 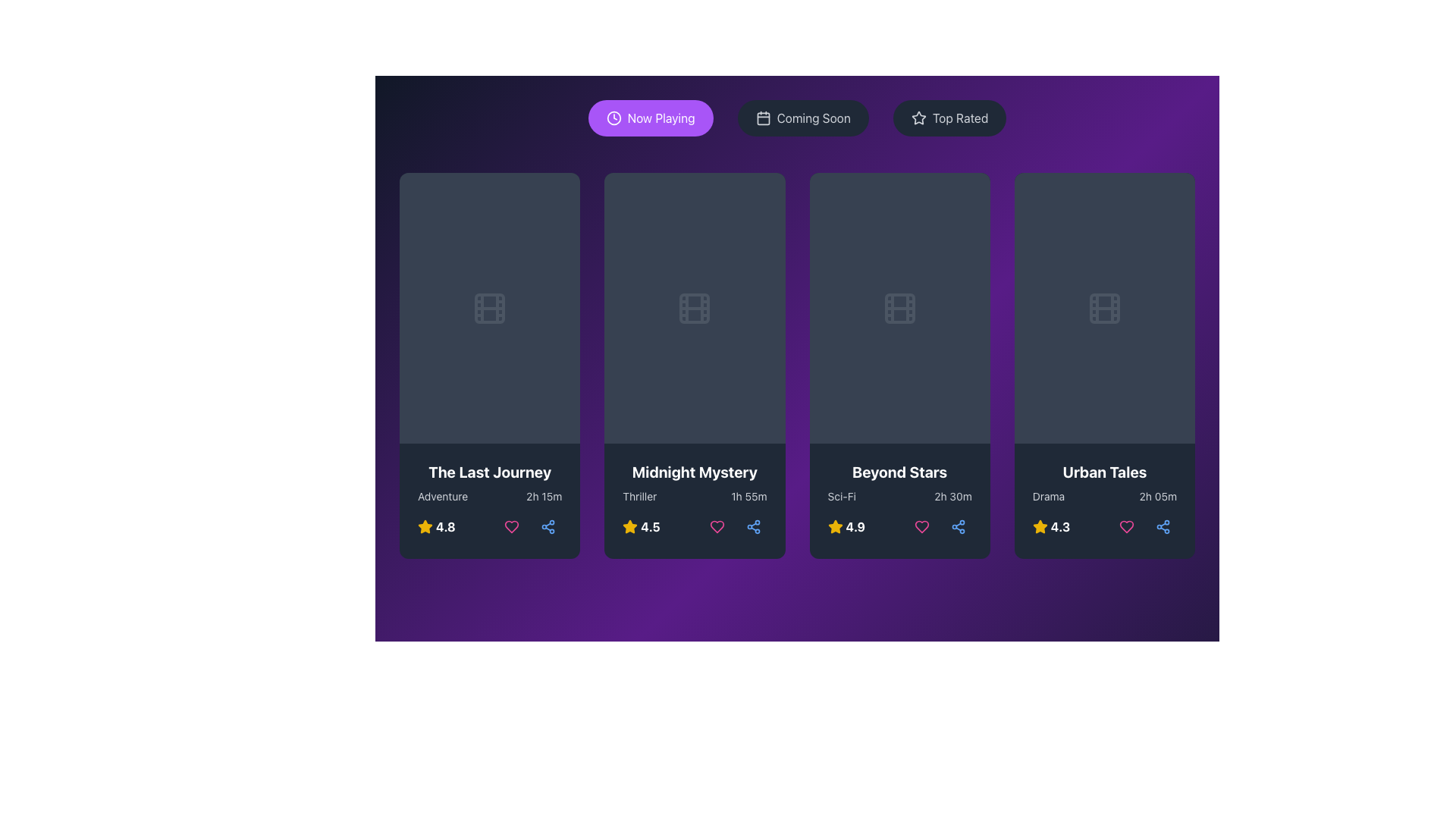 I want to click on the thumbnail element representing the movie 'The Last Journey', so click(x=490, y=307).